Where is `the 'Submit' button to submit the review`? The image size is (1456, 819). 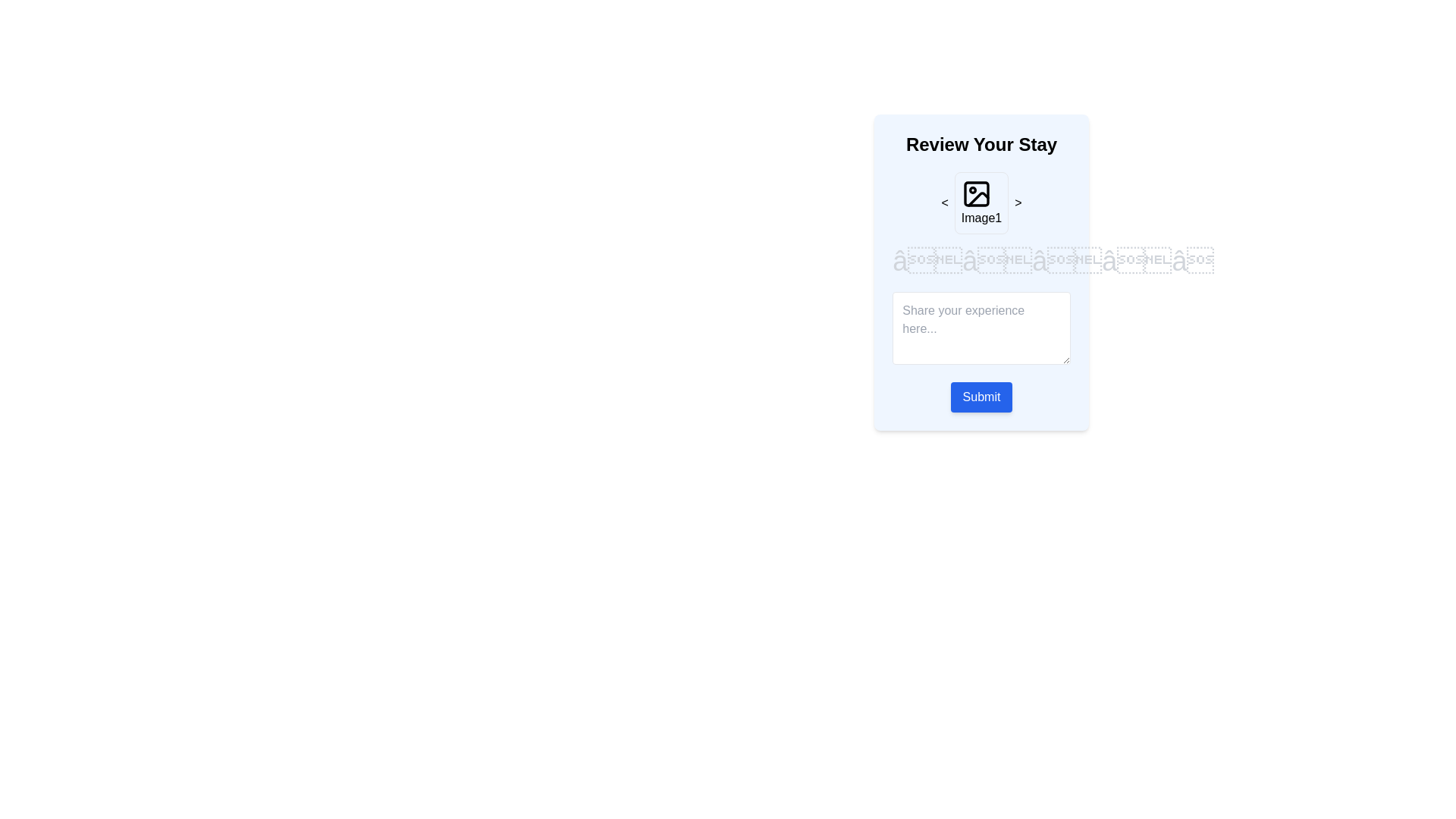
the 'Submit' button to submit the review is located at coordinates (981, 397).